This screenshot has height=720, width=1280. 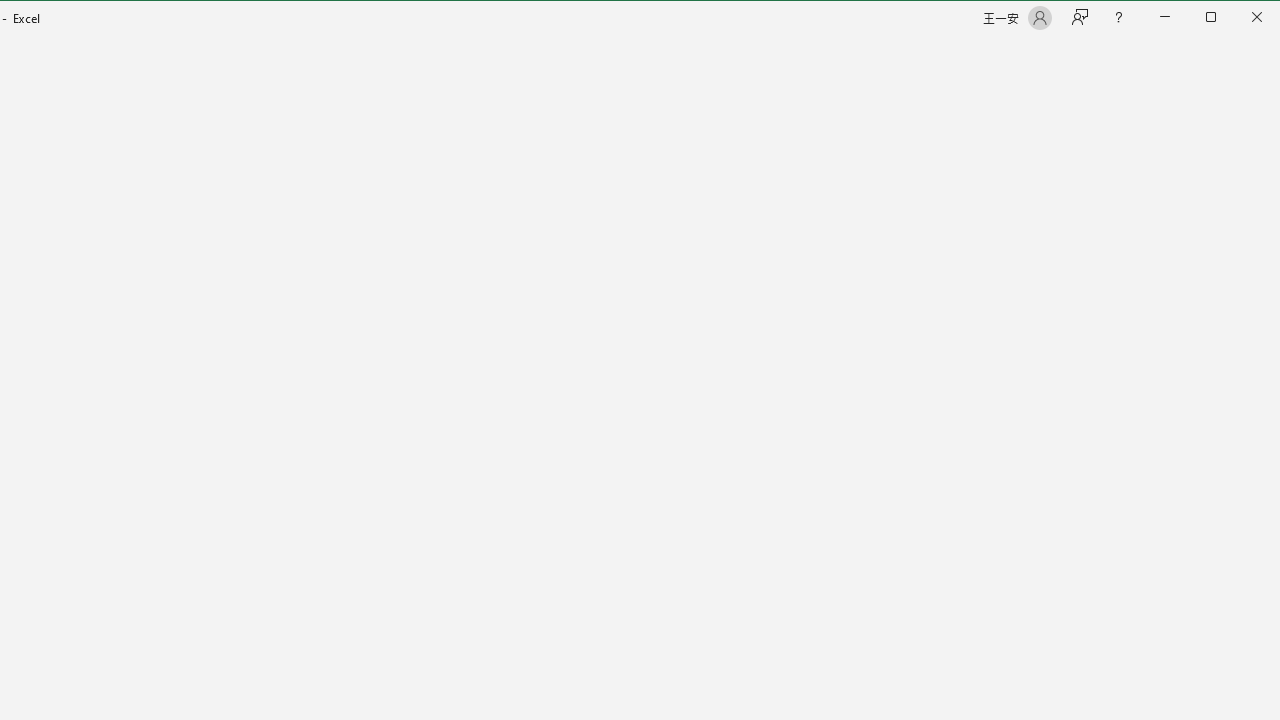 What do you see at coordinates (1216, 19) in the screenshot?
I see `'Minimize'` at bounding box center [1216, 19].